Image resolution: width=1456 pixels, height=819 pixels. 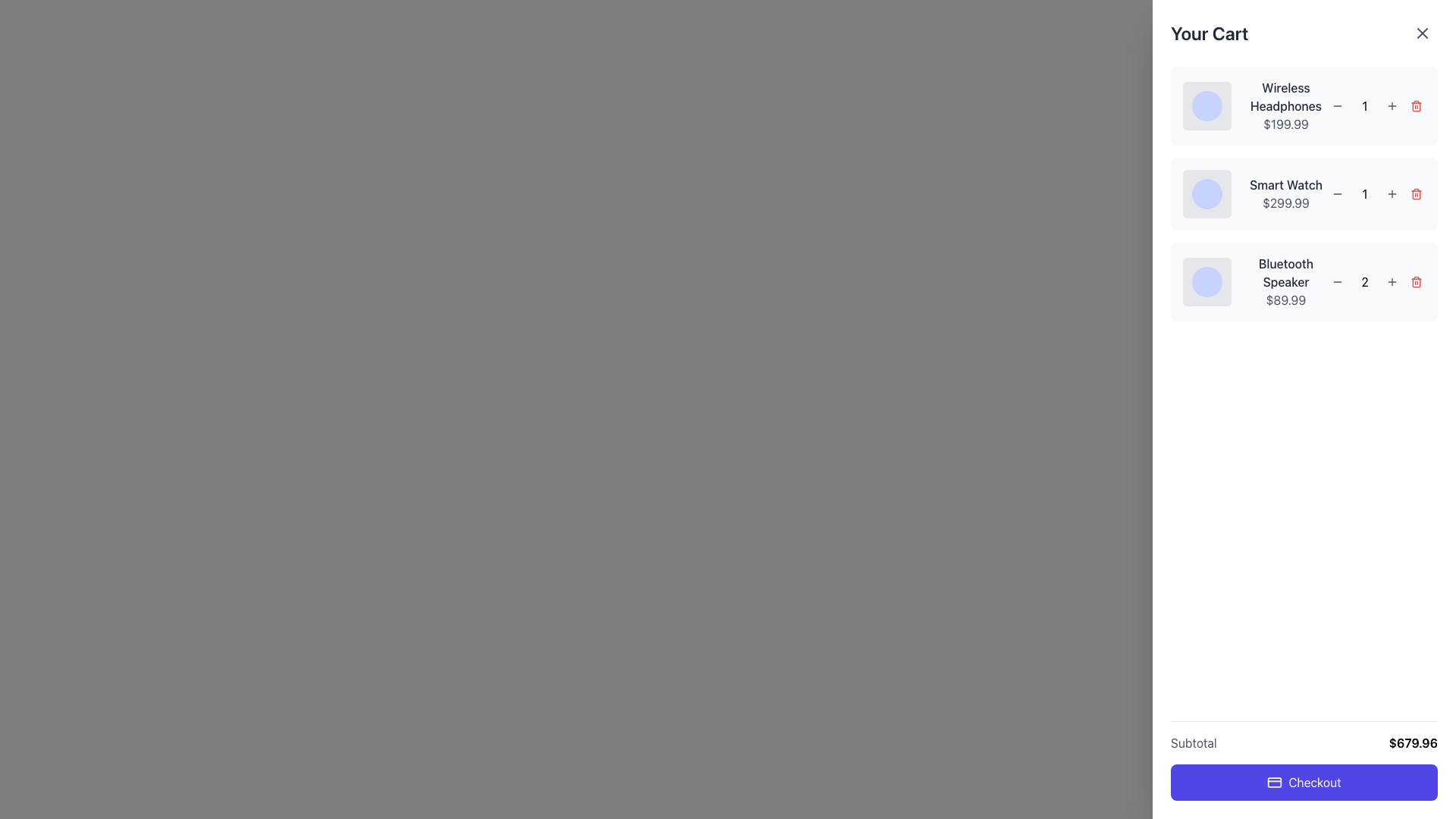 What do you see at coordinates (1392, 105) in the screenshot?
I see `the Icon Button with Plus icon located to the right of the quantity display ('1') and the minus button ('−') in the uppermost item section of the cart to observe the hover effect` at bounding box center [1392, 105].